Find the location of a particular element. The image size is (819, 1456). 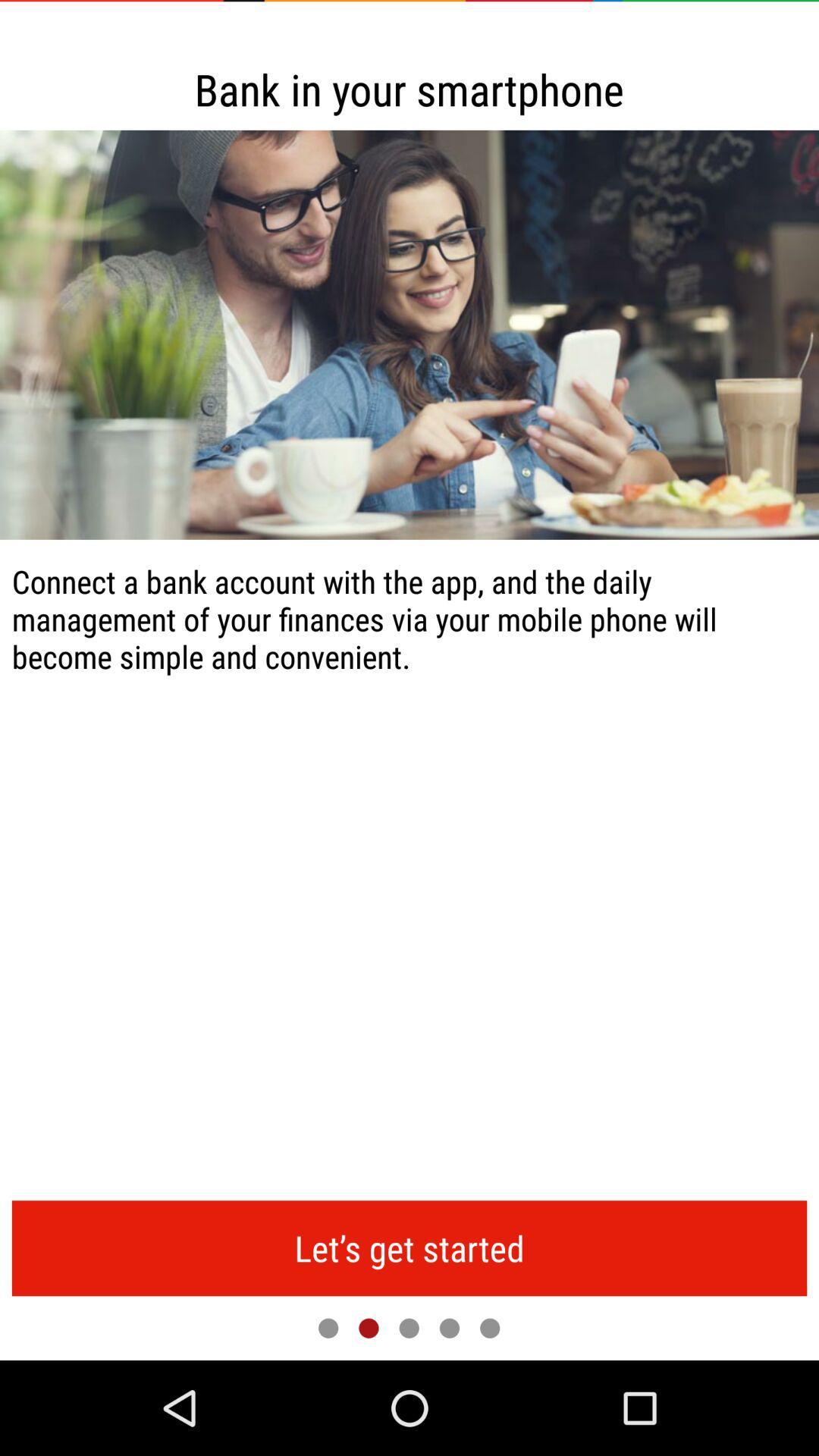

next slide is located at coordinates (369, 1327).